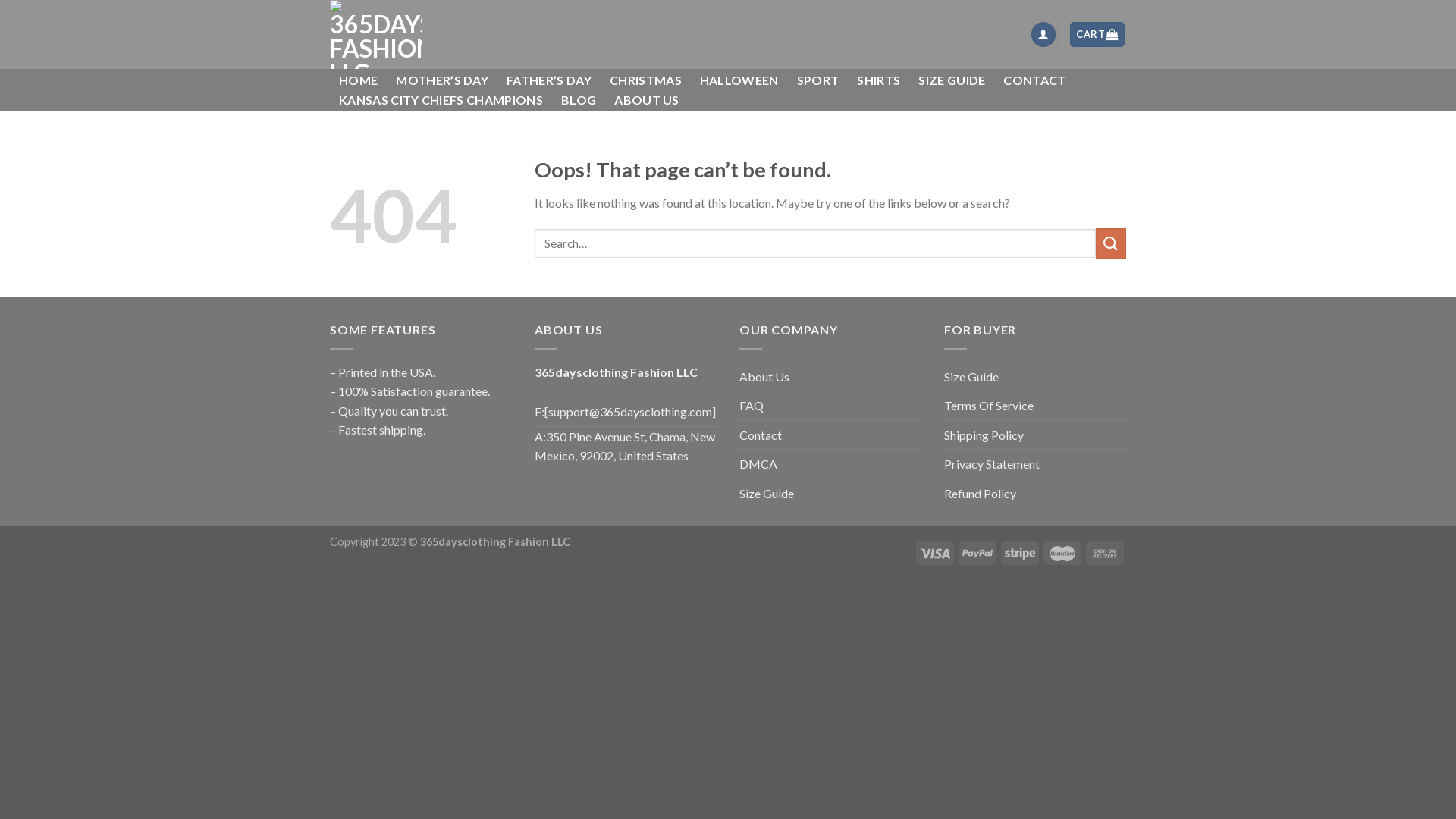  What do you see at coordinates (989, 405) in the screenshot?
I see `'Terms Of Service'` at bounding box center [989, 405].